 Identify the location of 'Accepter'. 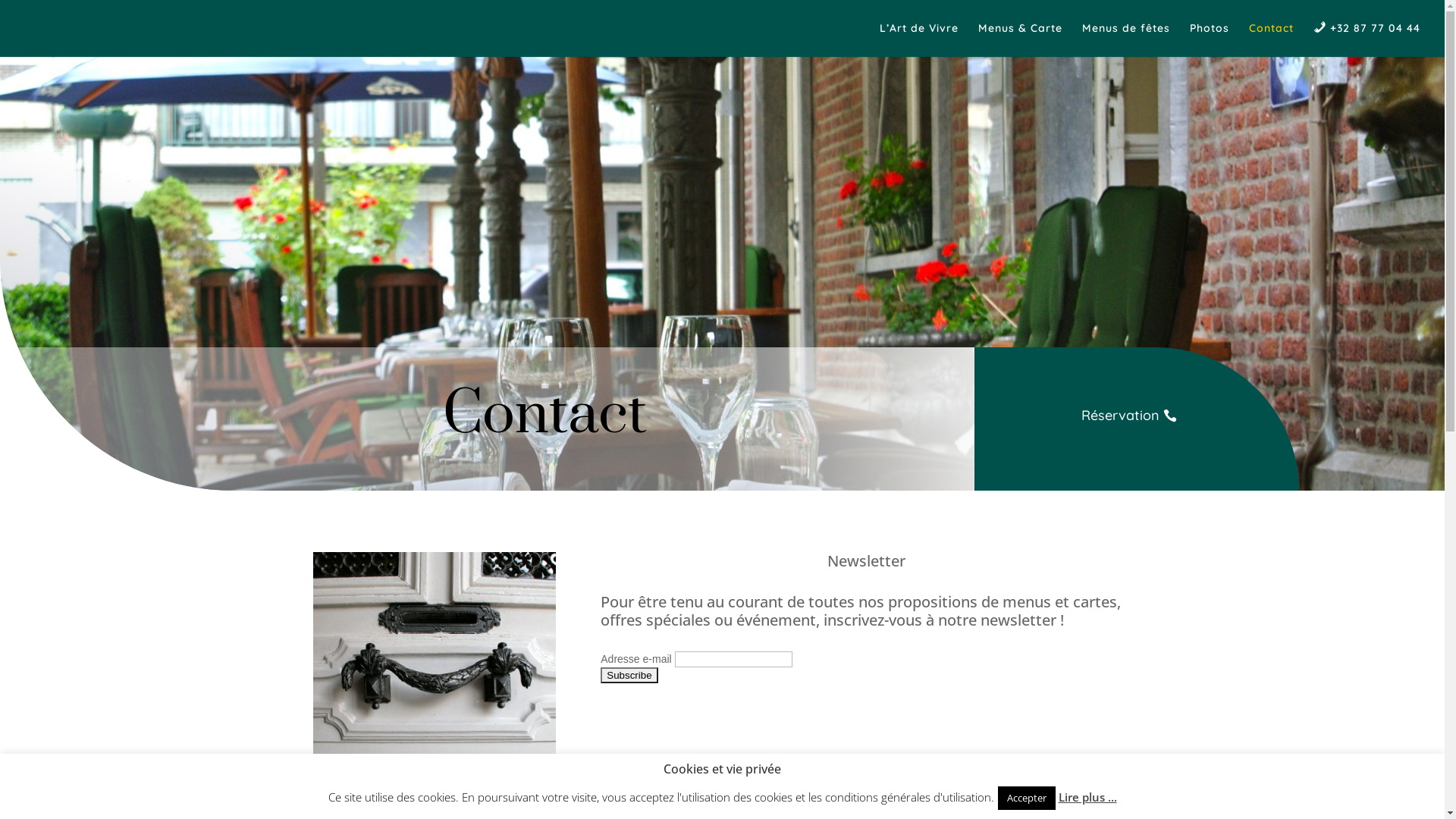
(1026, 797).